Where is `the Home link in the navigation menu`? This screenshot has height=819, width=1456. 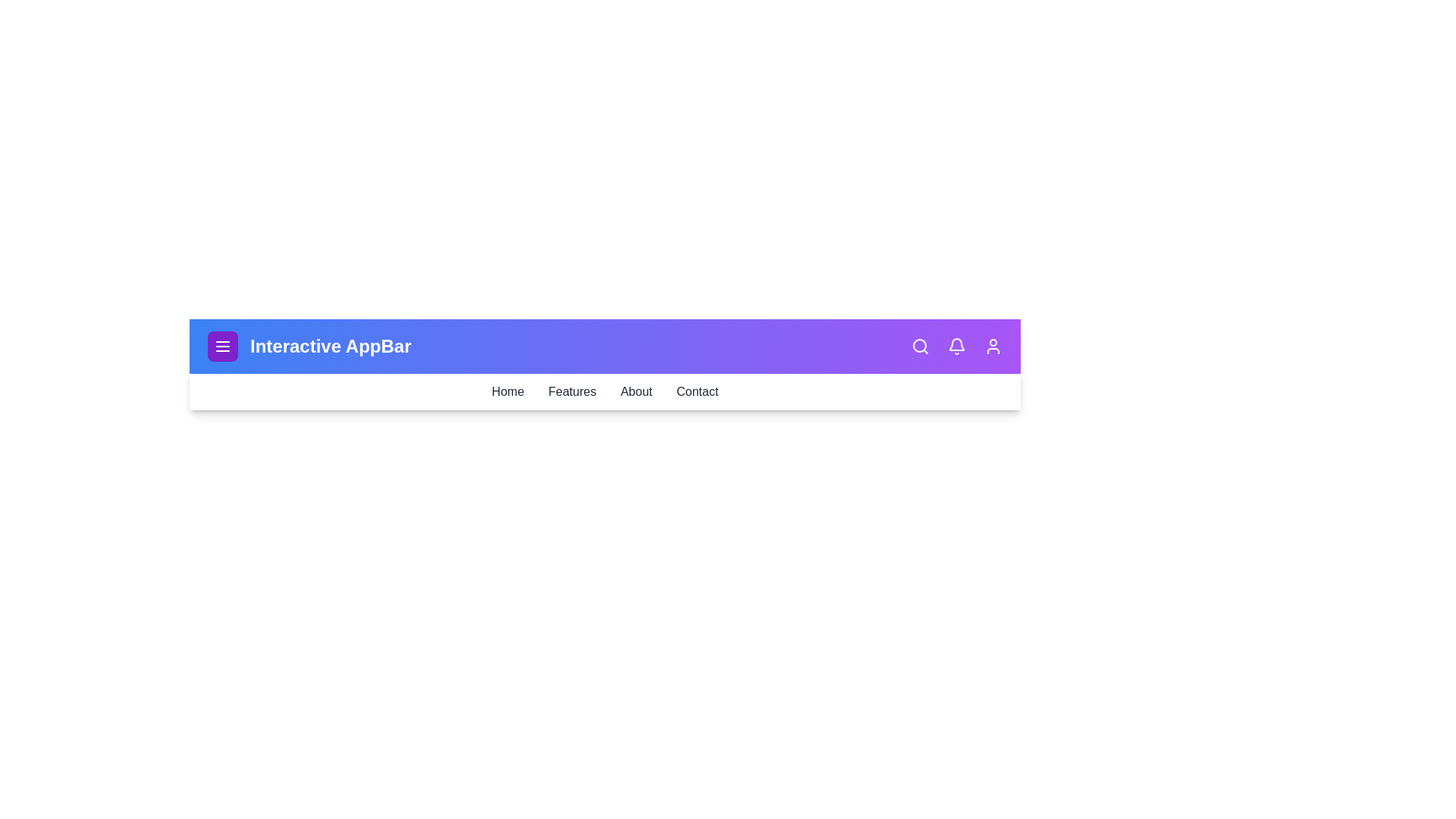 the Home link in the navigation menu is located at coordinates (507, 391).